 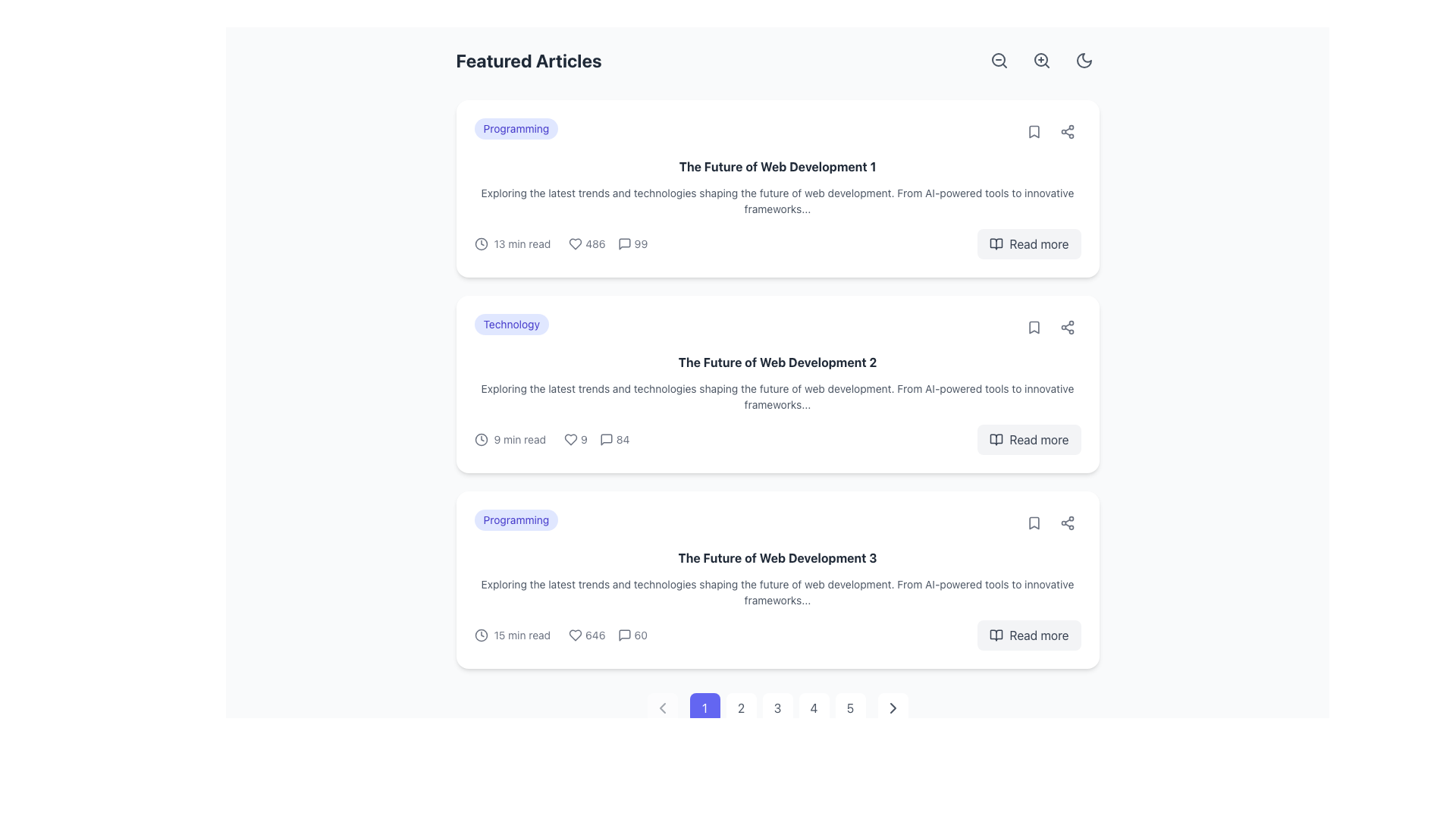 I want to click on the zoom-out button icon located in the top-right corner of the interface, so click(x=999, y=60).